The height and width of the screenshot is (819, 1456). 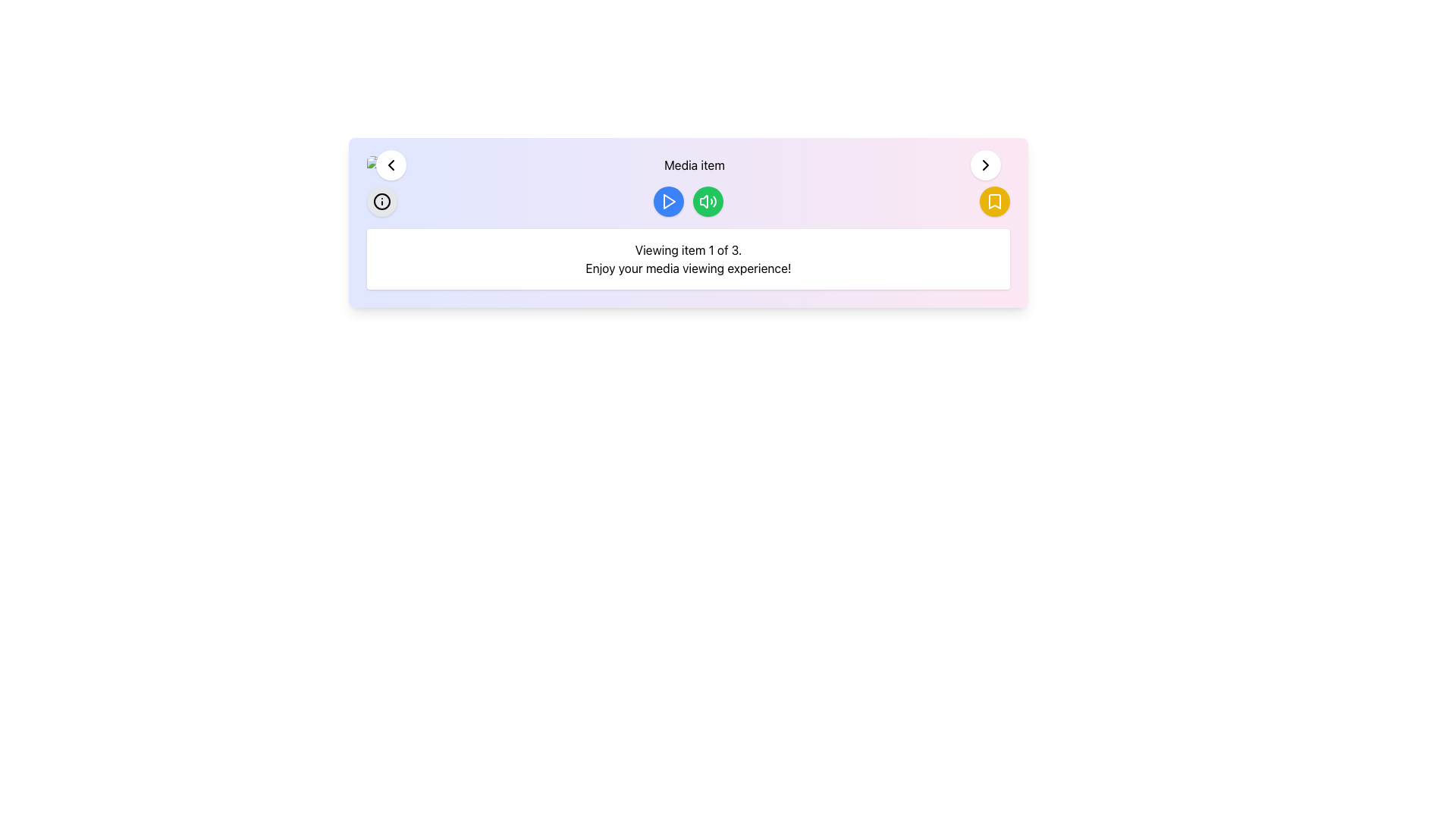 What do you see at coordinates (382, 201) in the screenshot?
I see `the information icon located inside a rounded square button in the left section of the toolbar, positioned below the left-arrow icon` at bounding box center [382, 201].